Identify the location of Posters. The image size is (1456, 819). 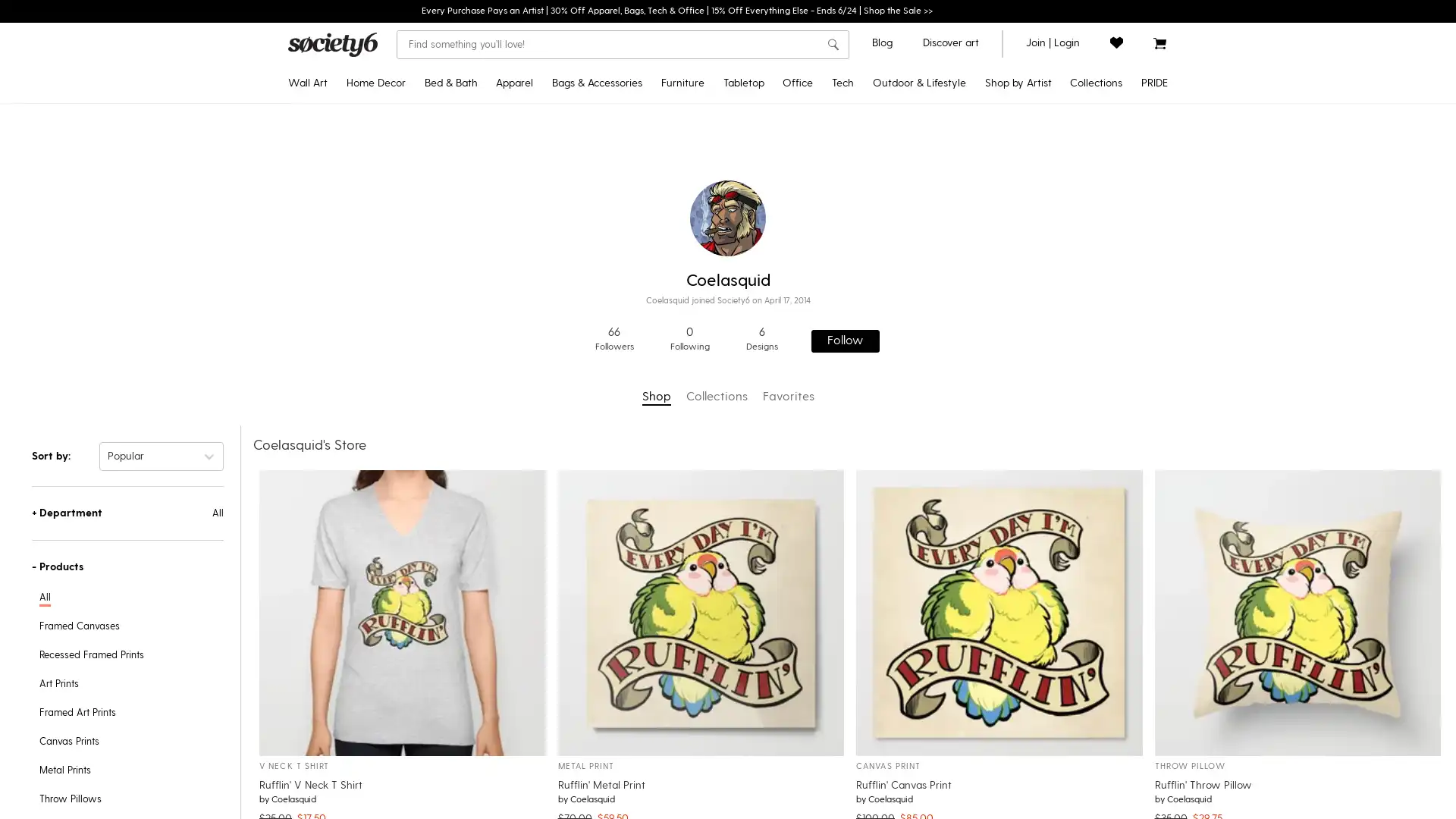
(356, 268).